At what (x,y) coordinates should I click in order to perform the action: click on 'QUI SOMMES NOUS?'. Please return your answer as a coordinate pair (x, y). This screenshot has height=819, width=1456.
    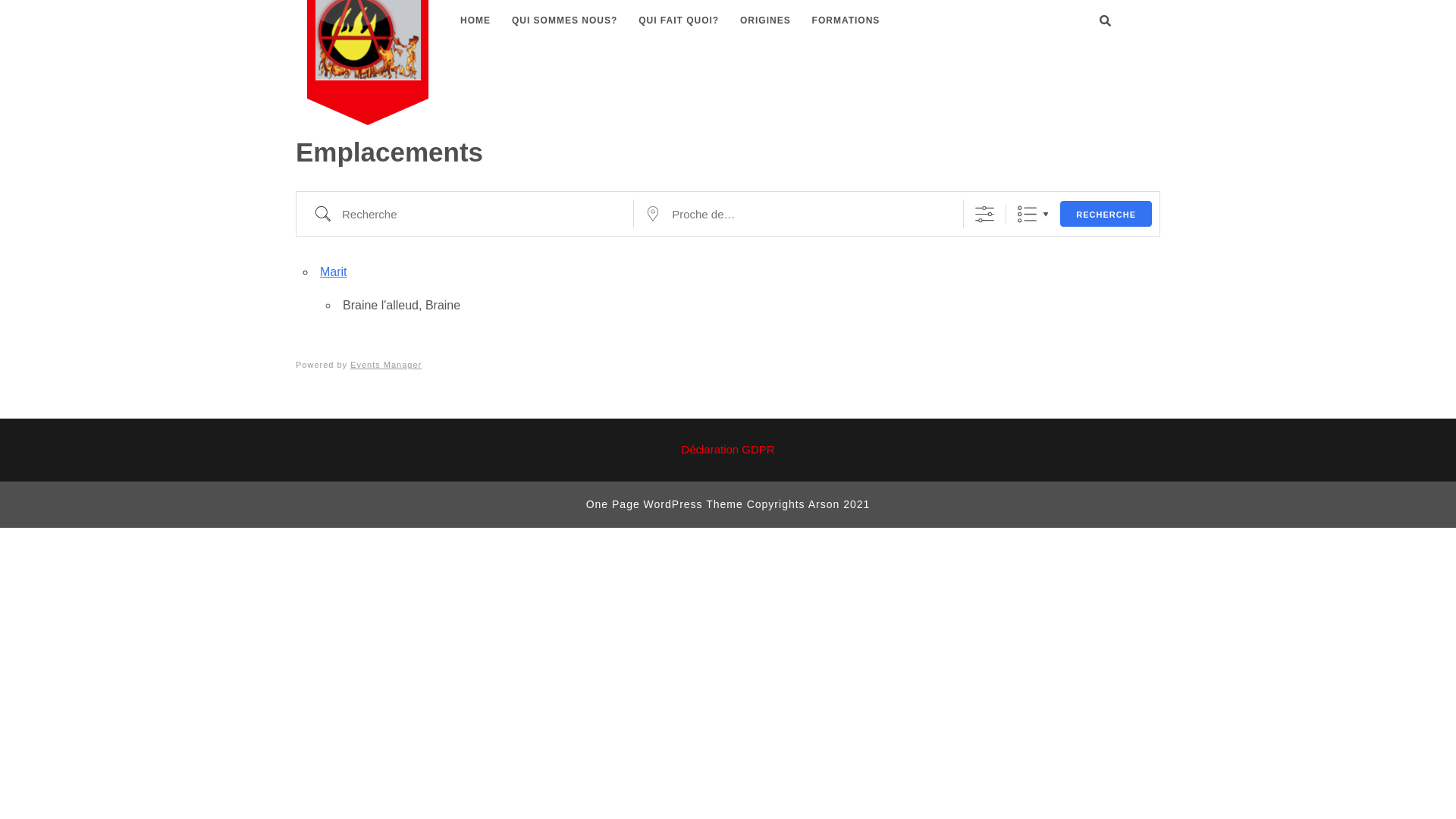
    Looking at the image, I should click on (502, 20).